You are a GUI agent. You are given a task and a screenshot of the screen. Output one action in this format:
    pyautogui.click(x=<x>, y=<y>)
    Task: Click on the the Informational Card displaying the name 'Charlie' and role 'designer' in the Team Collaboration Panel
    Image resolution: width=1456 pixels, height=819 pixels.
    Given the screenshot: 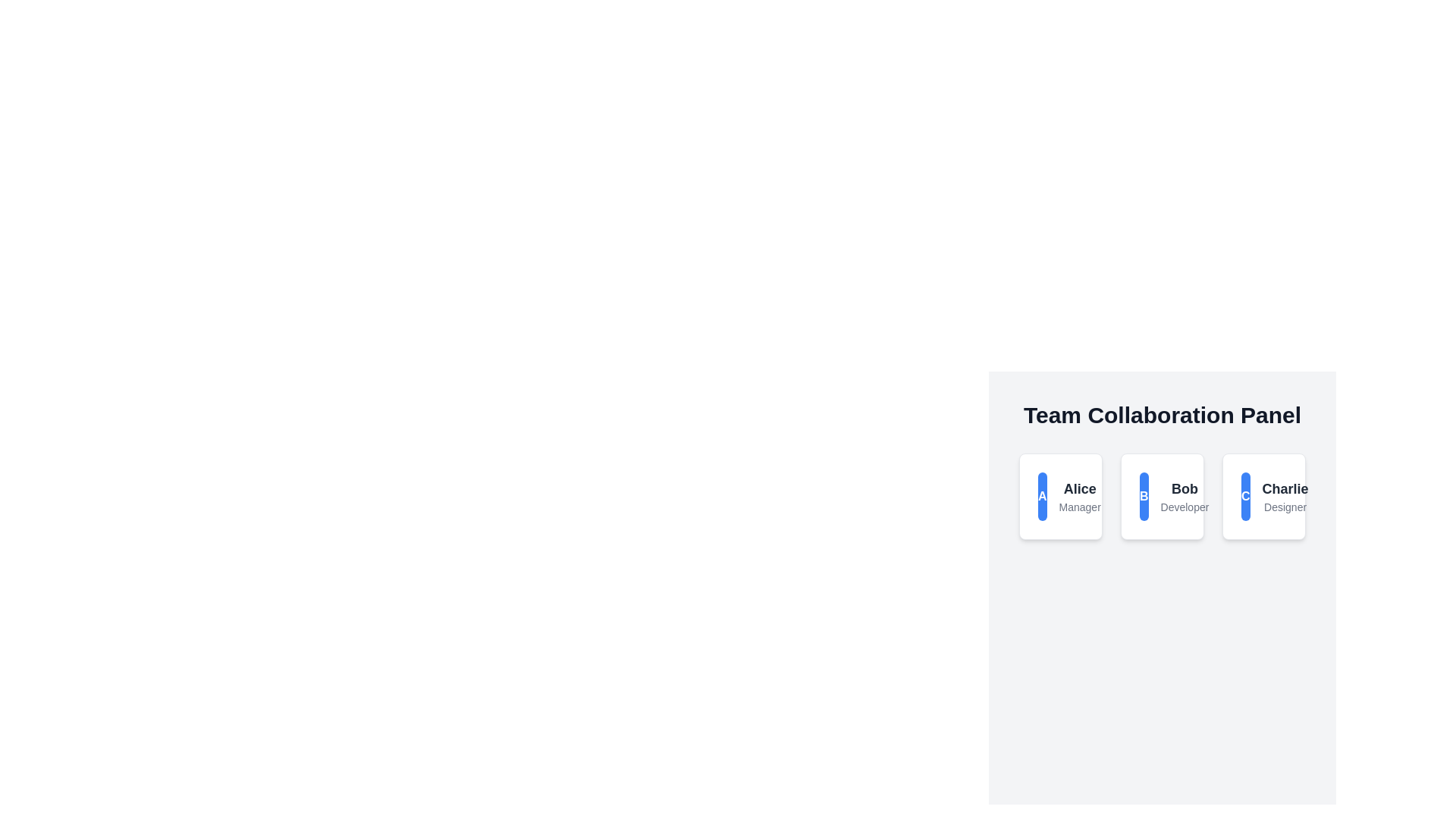 What is the action you would take?
    pyautogui.click(x=1263, y=497)
    